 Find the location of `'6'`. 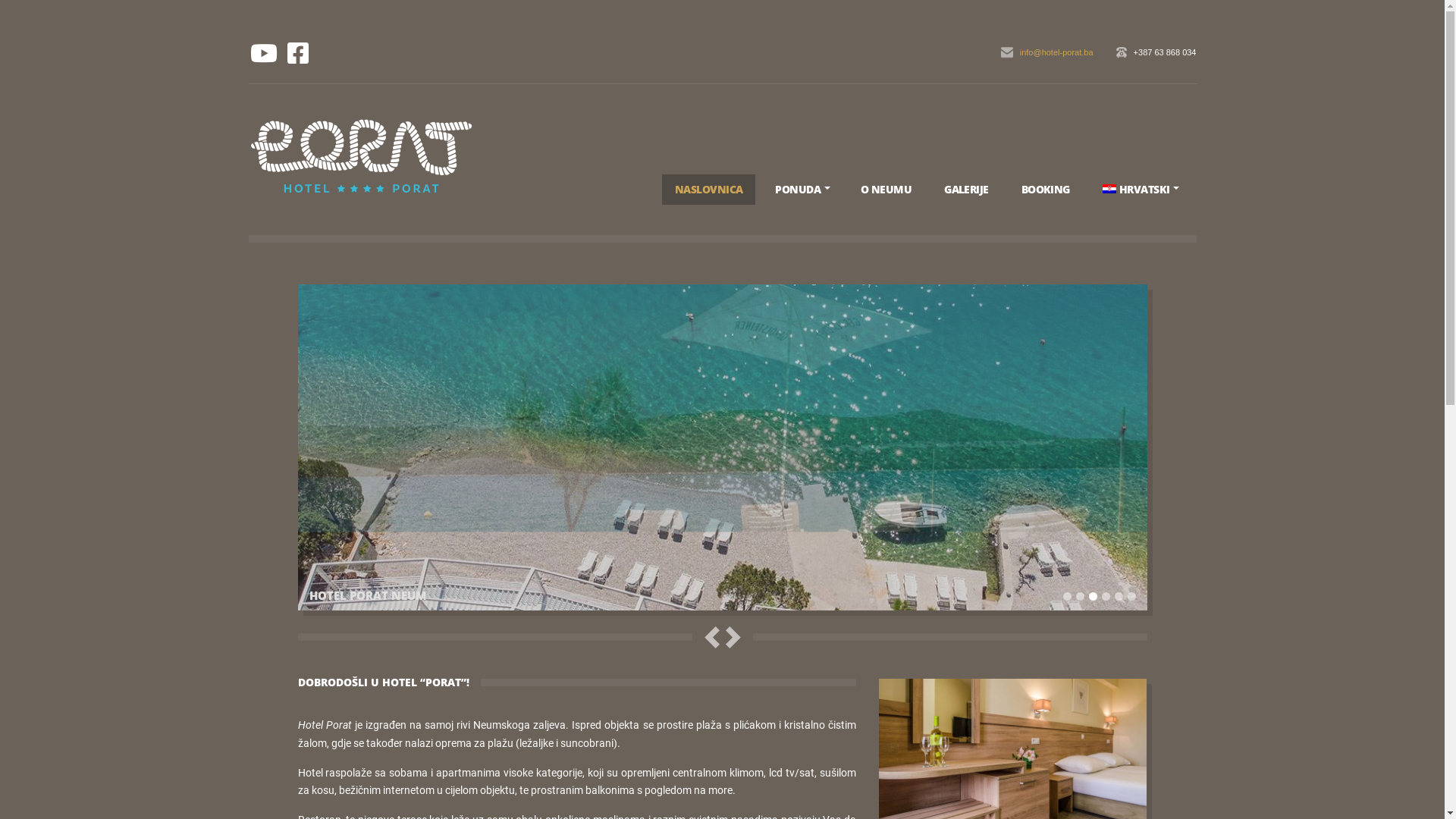

'6' is located at coordinates (1127, 595).